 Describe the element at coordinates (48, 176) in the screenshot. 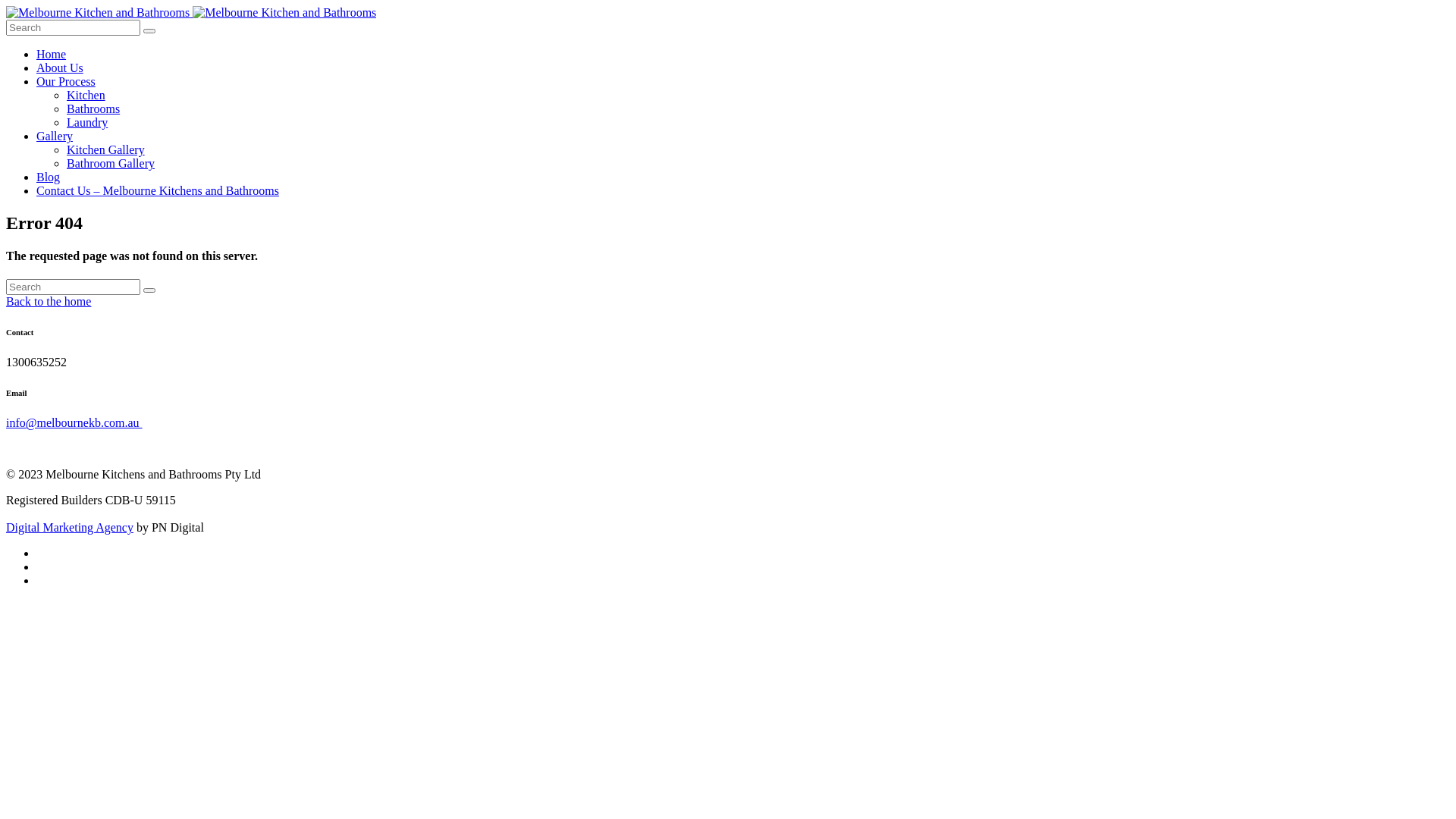

I see `'Blog'` at that location.